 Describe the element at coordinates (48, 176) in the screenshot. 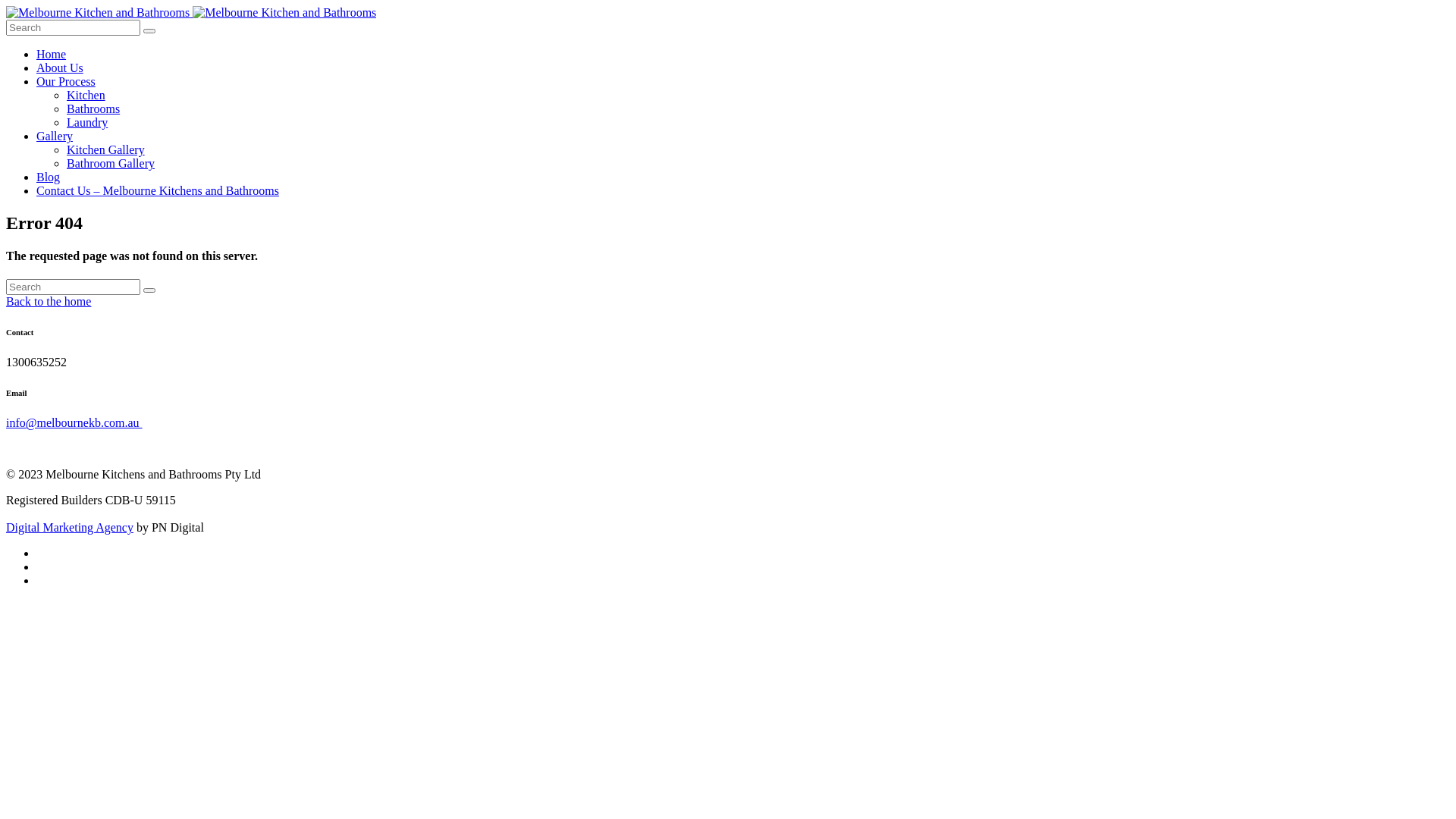

I see `'Blog'` at that location.